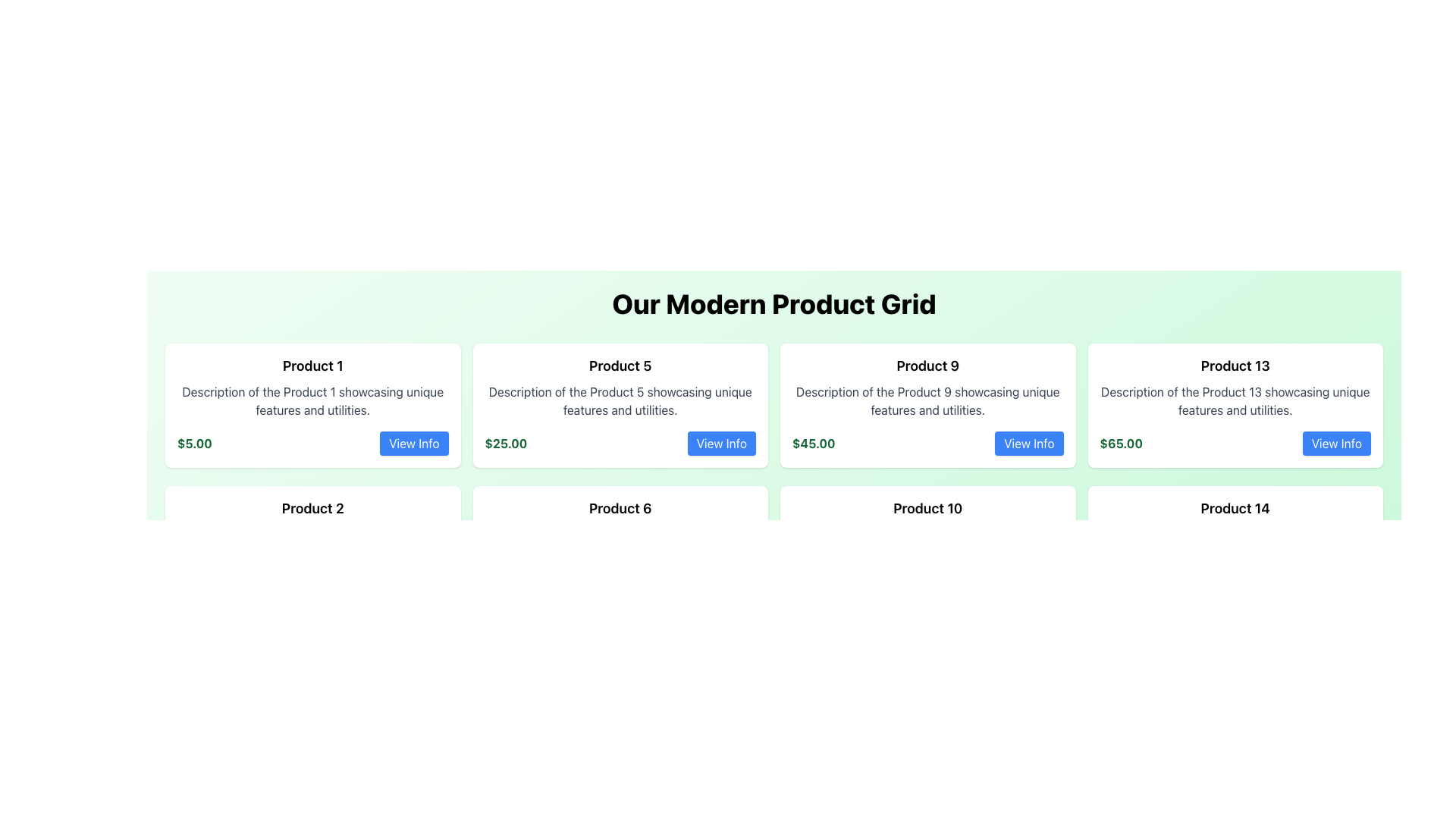 The width and height of the screenshot is (1456, 819). I want to click on the text block providing additional details about Product 13, located centrally below the title 'Product 13' within the product information card, so click(1235, 400).